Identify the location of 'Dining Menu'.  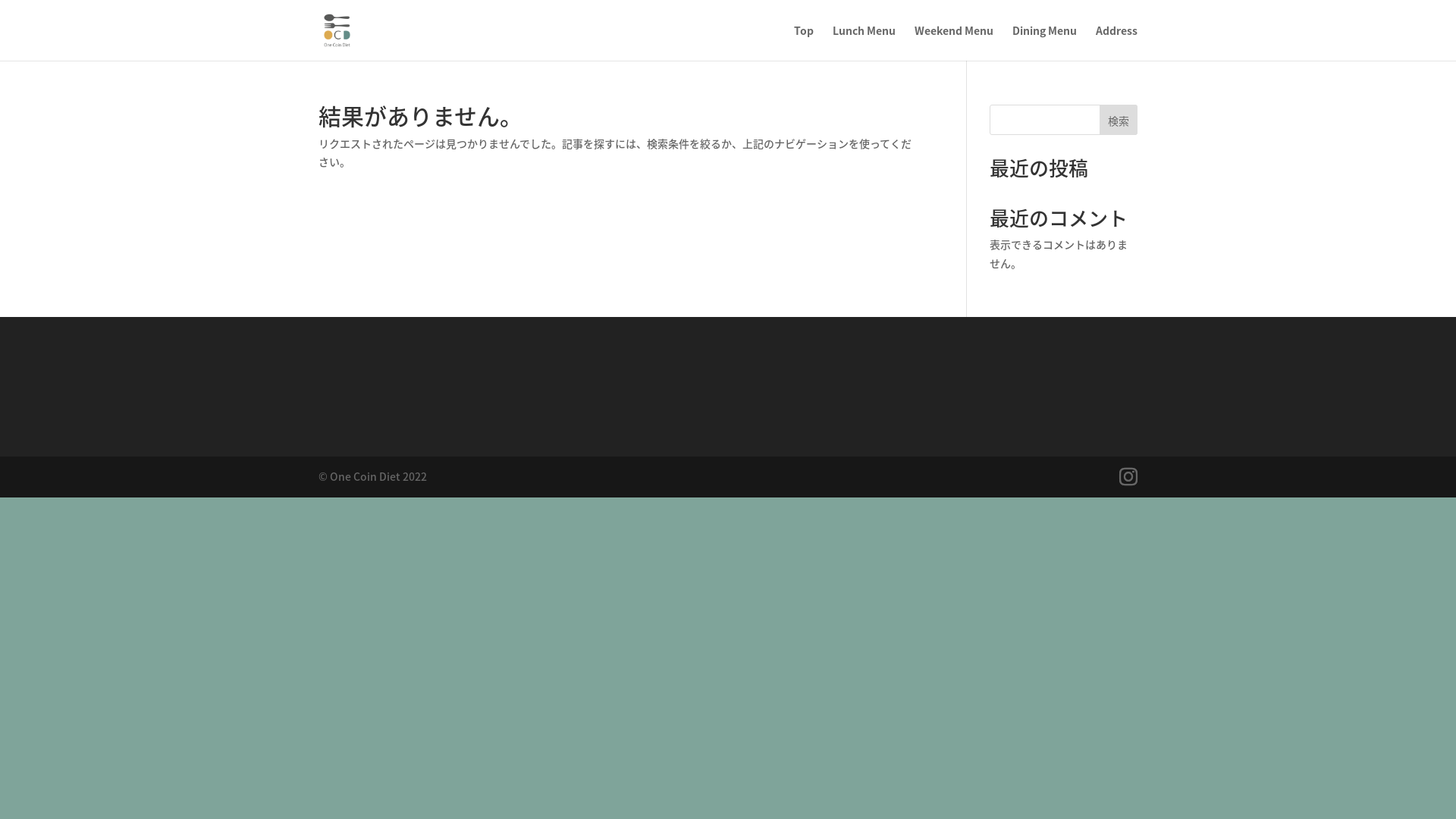
(1043, 42).